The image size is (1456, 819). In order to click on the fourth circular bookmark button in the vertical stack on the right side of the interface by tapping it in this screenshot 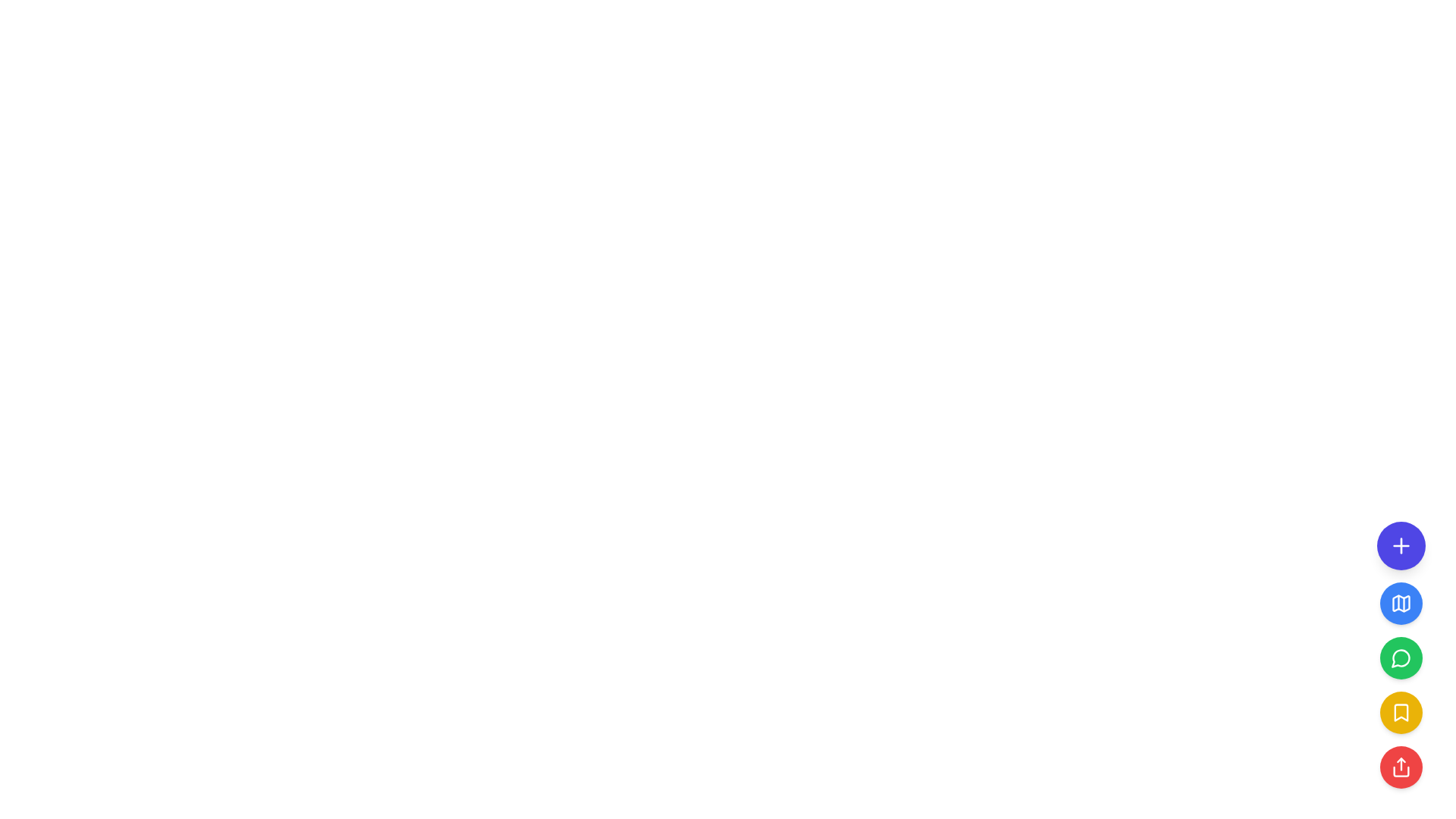, I will do `click(1401, 713)`.